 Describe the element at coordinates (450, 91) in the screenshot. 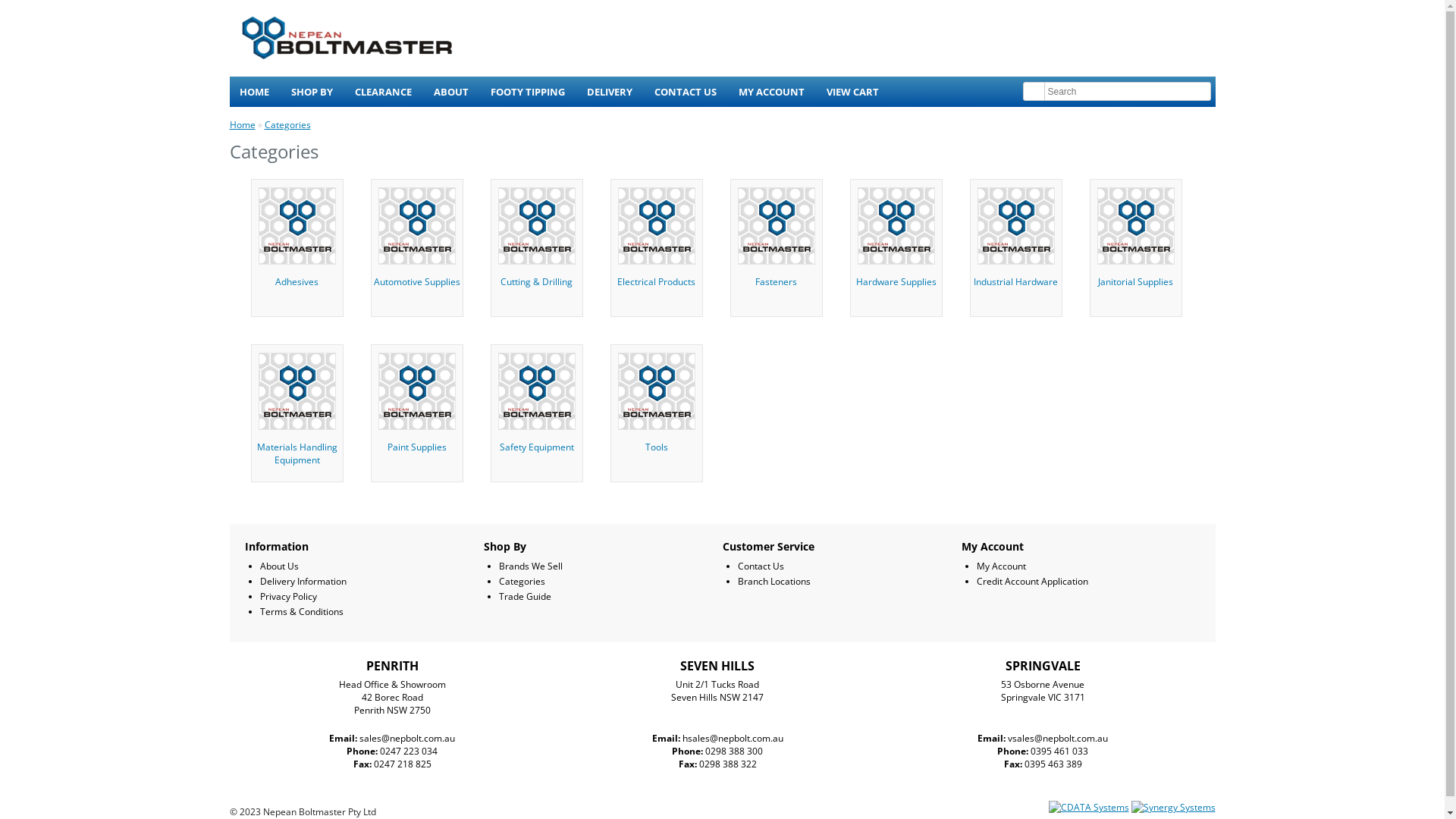

I see `'ABOUT'` at that location.